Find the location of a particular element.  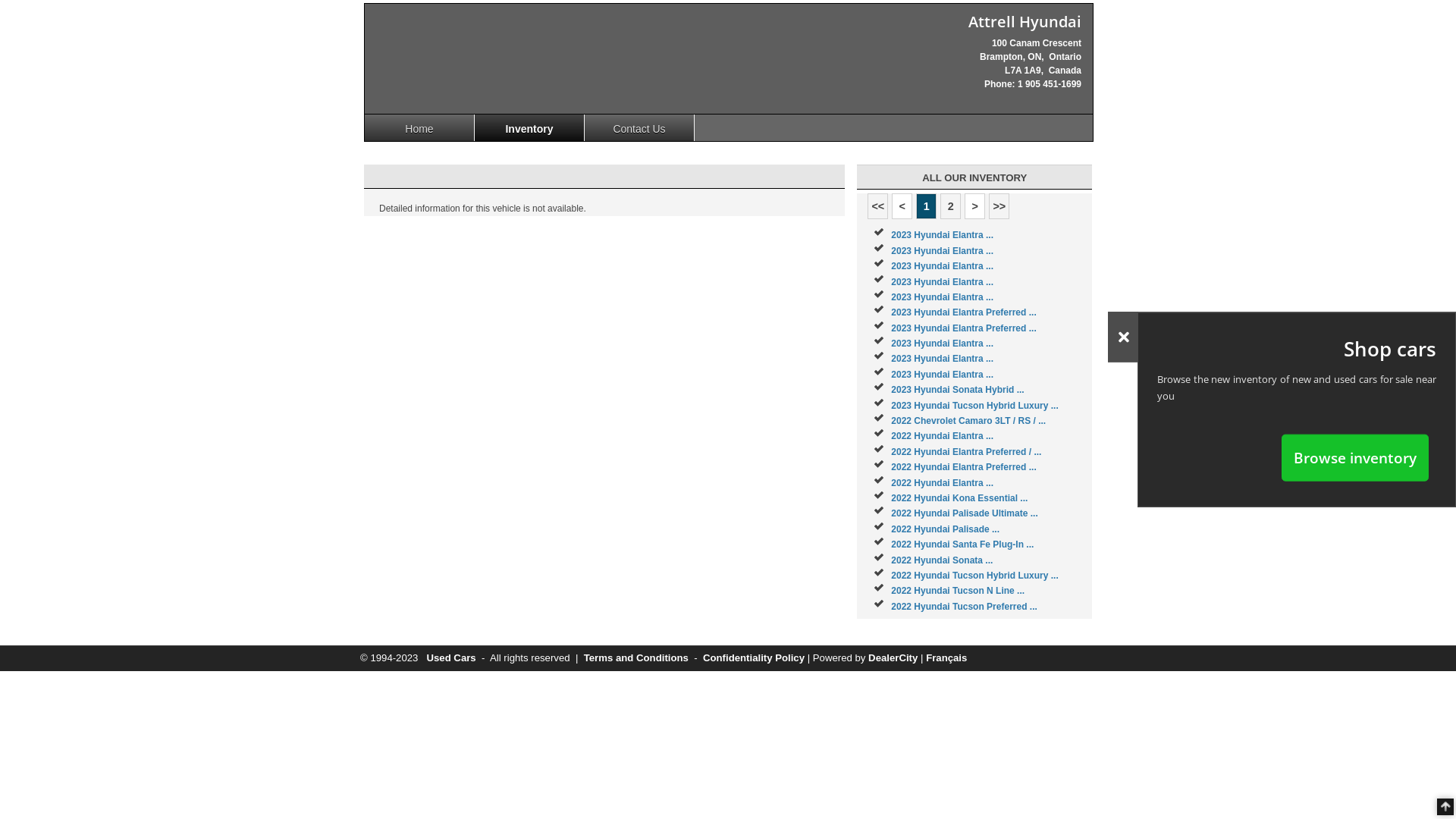

'Browse inventory' is located at coordinates (1354, 457).